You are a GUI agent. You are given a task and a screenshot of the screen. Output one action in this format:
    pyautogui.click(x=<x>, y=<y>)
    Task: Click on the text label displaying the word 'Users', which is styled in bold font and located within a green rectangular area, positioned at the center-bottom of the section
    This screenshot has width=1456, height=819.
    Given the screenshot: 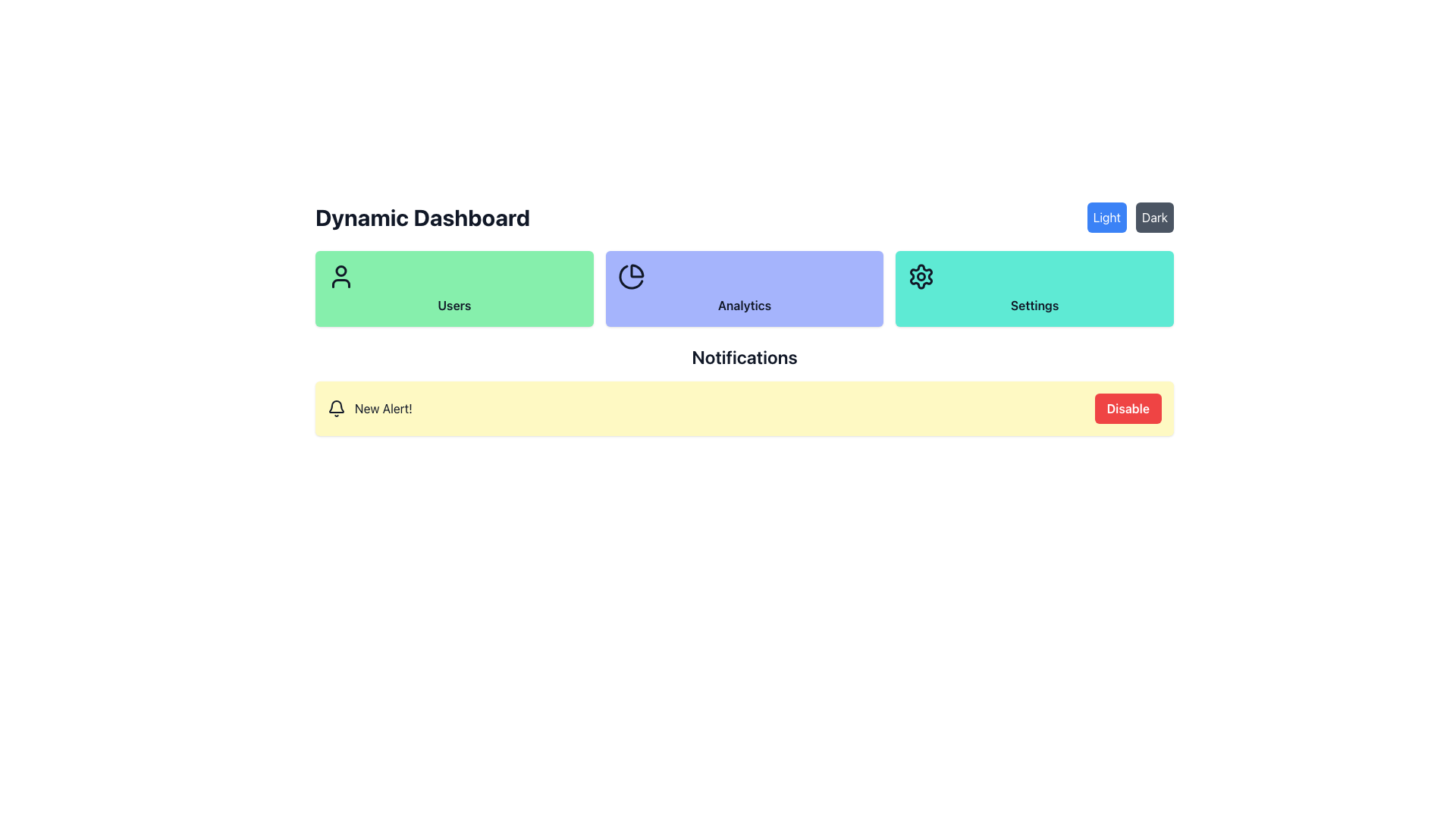 What is the action you would take?
    pyautogui.click(x=453, y=305)
    